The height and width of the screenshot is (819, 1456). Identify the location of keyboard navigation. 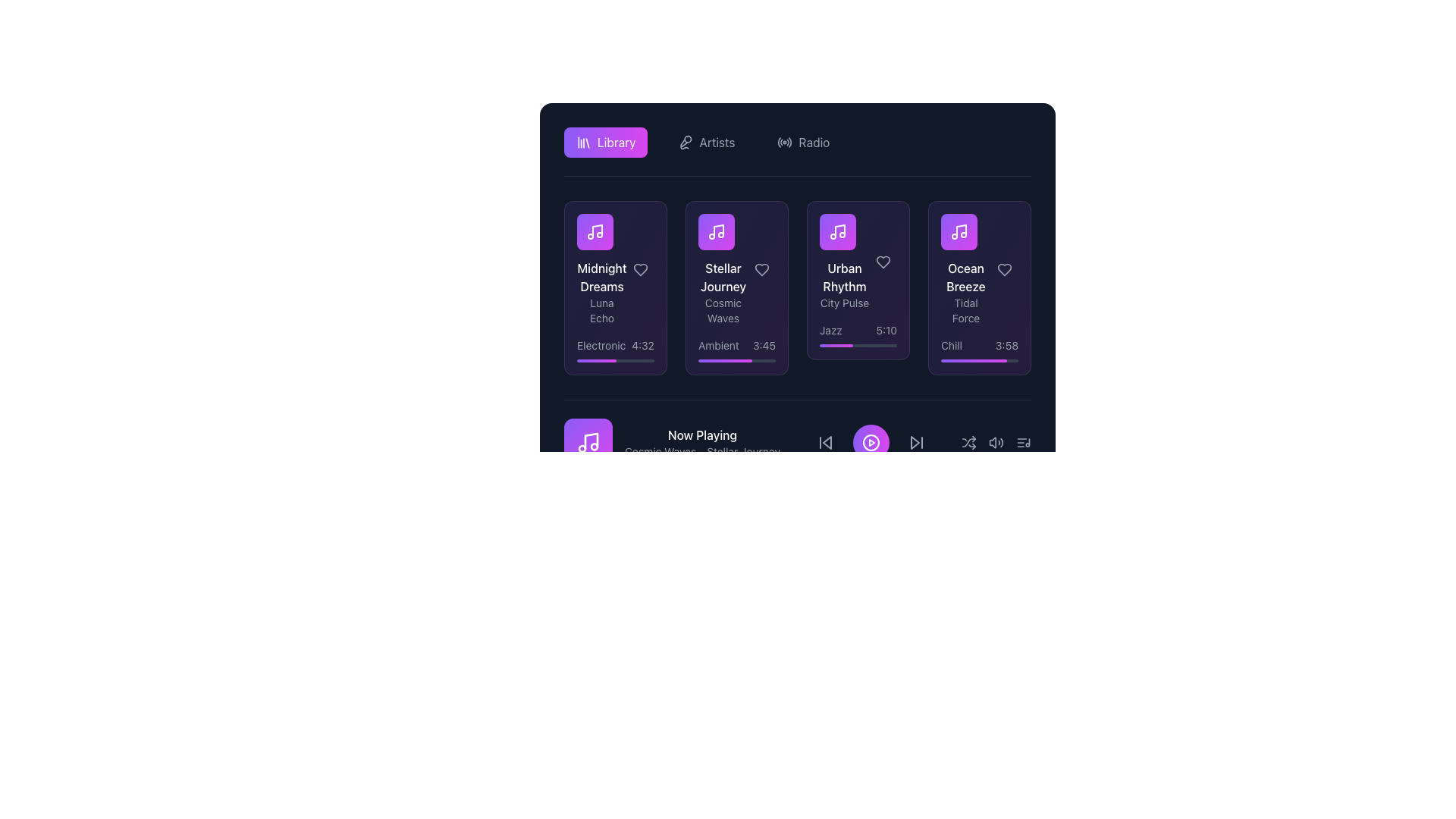
(871, 442).